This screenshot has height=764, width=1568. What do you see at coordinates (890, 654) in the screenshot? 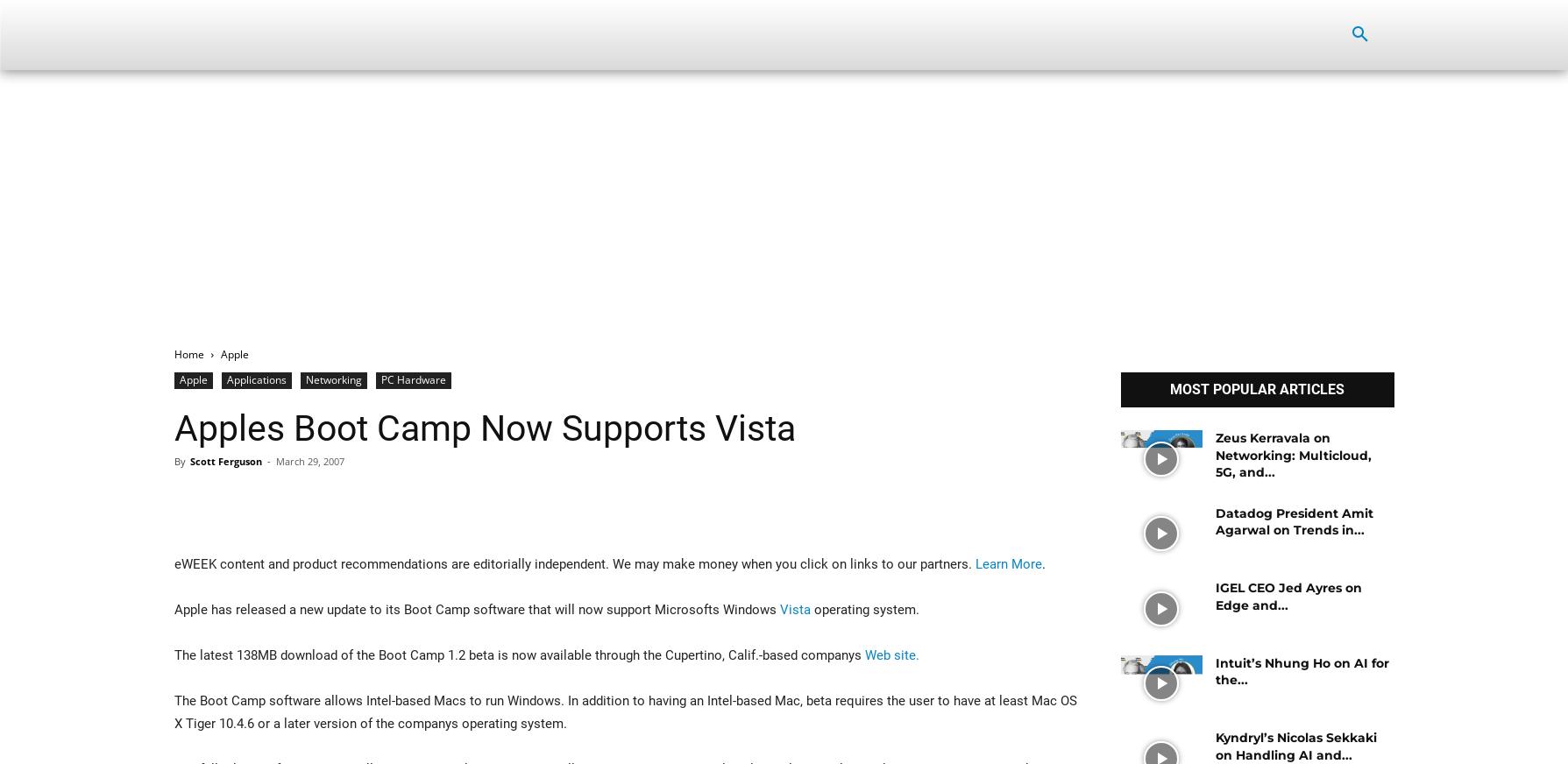
I see `'Web site.'` at bounding box center [890, 654].